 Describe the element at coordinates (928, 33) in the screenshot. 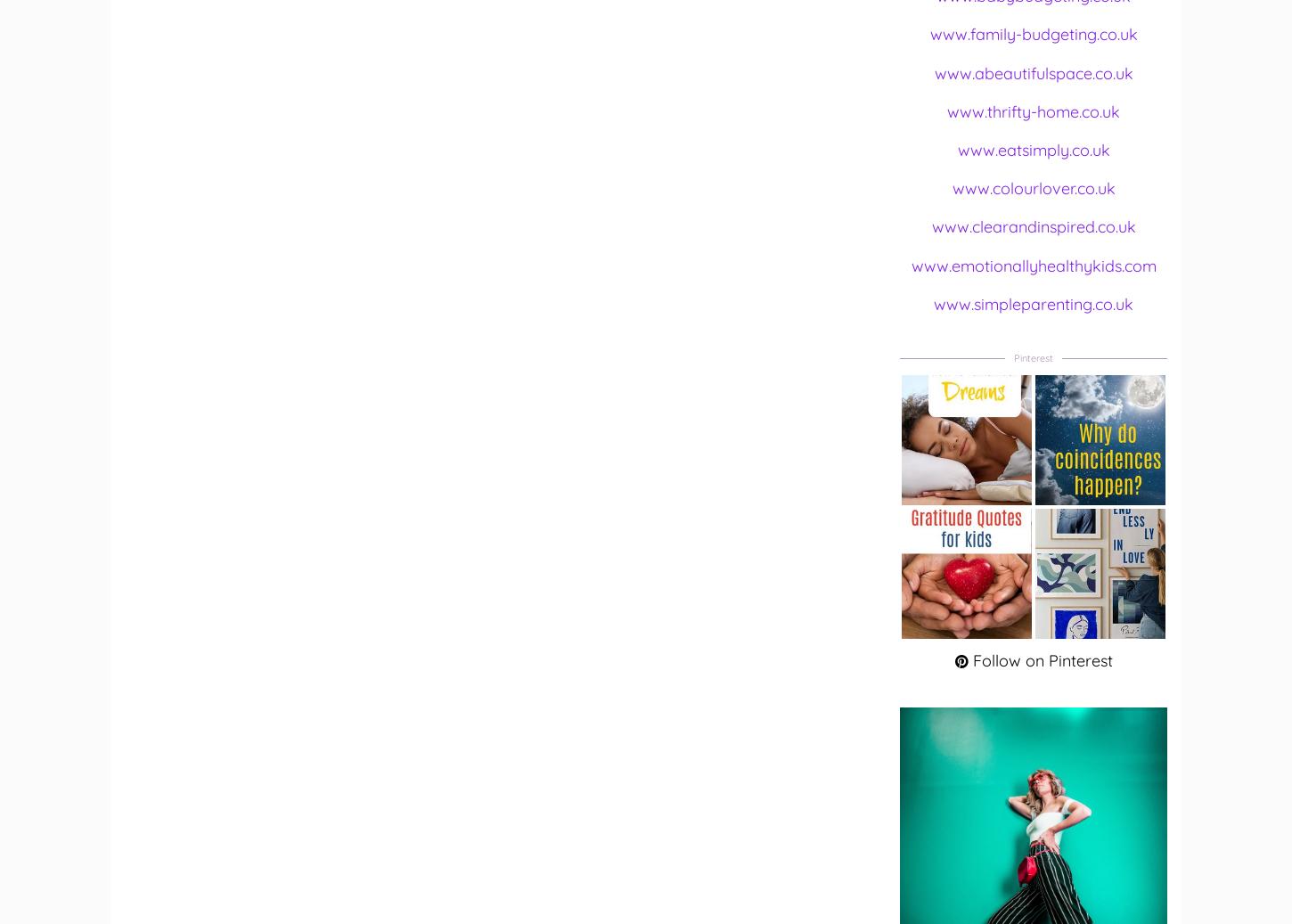

I see `'www.family-budgeting.co.uk'` at that location.